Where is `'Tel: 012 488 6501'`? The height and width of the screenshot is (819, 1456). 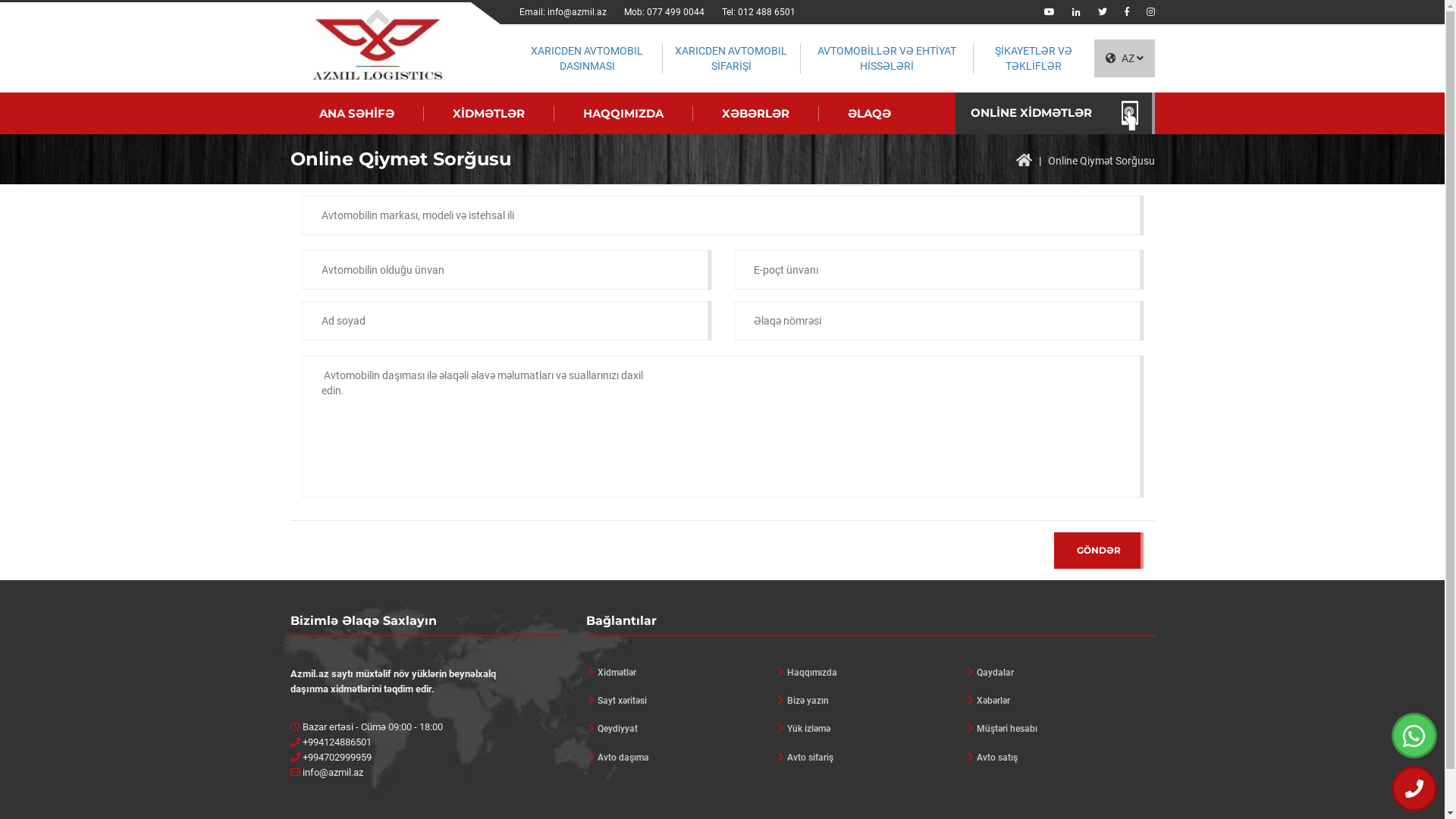 'Tel: 012 488 6501' is located at coordinates (758, 12).